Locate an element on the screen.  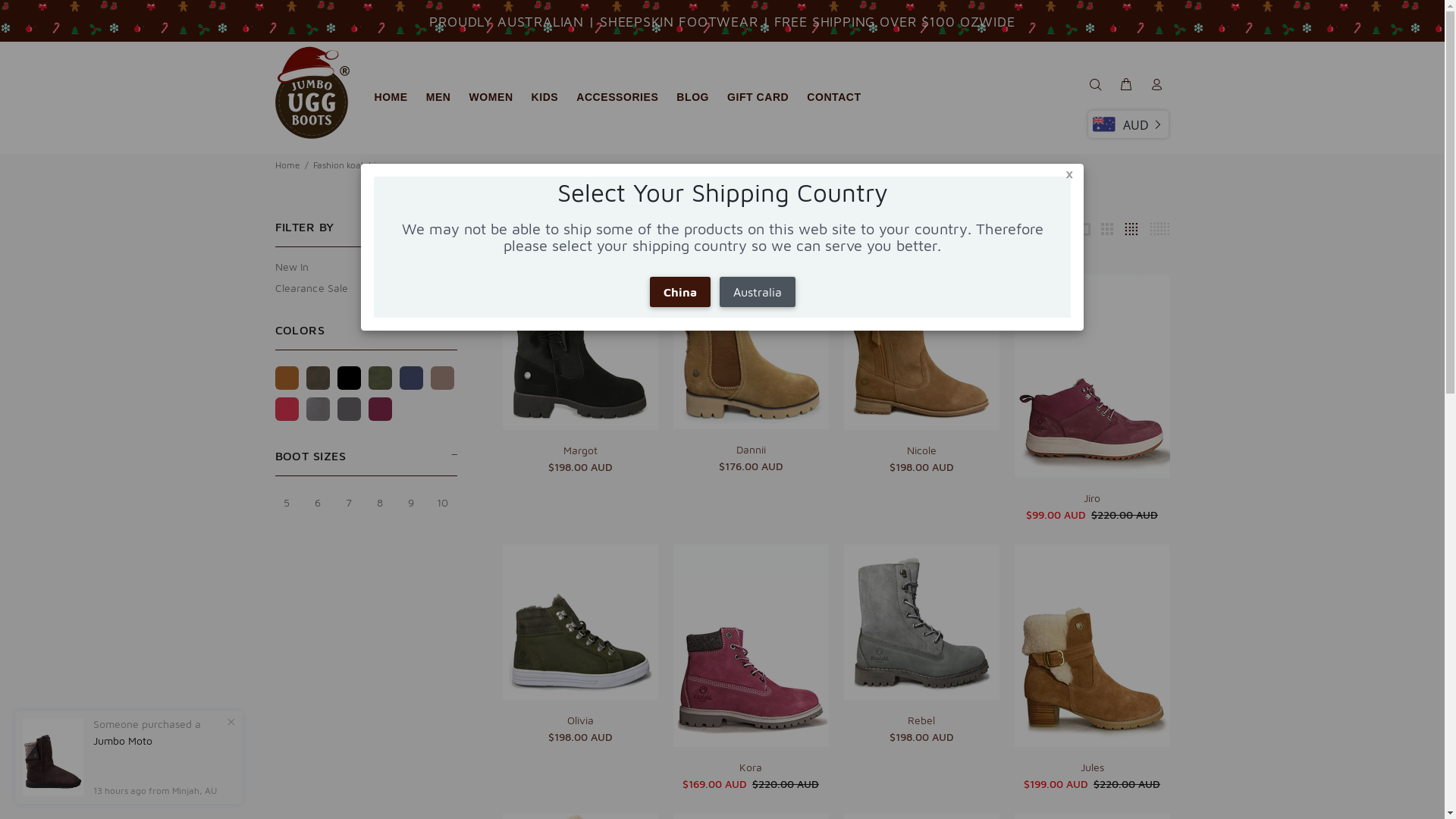
'Grey' is located at coordinates (305, 408).